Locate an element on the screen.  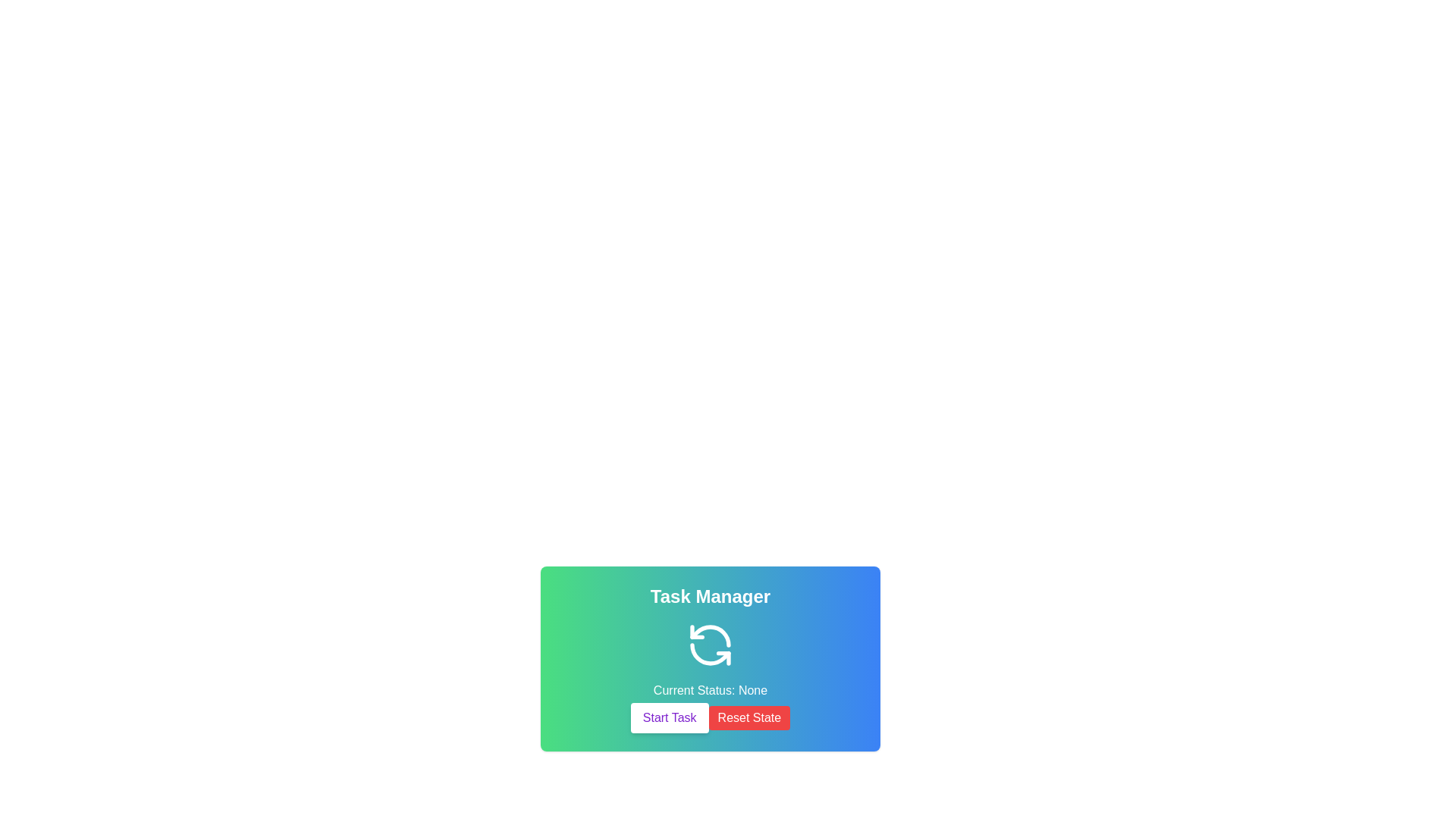
the second part of the clockwise rotational arrow design, which is a small vector graphic representing a refresh or reload icon, styled with a simple stroke outline is located at coordinates (696, 632).